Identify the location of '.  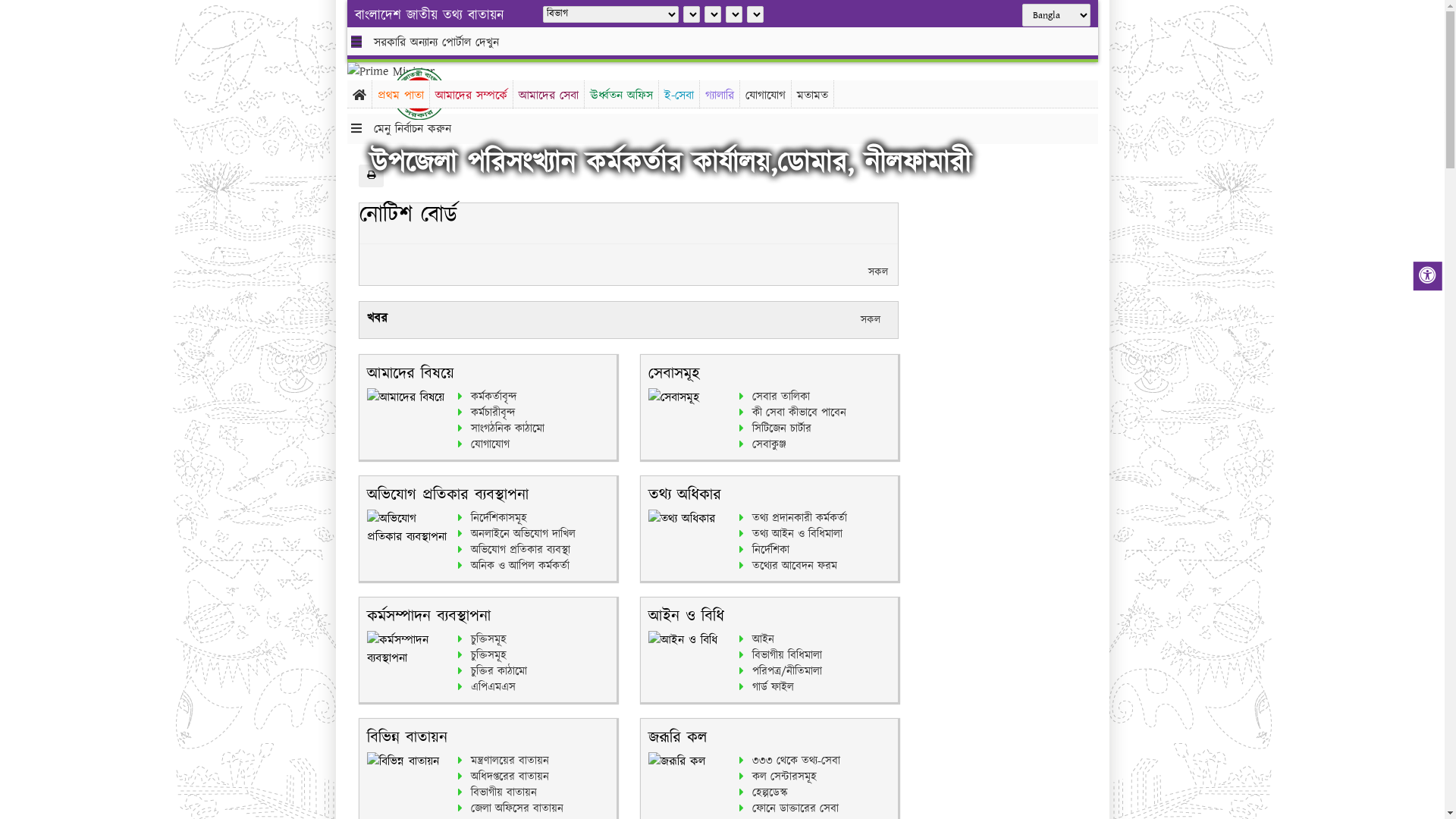
(430, 93).